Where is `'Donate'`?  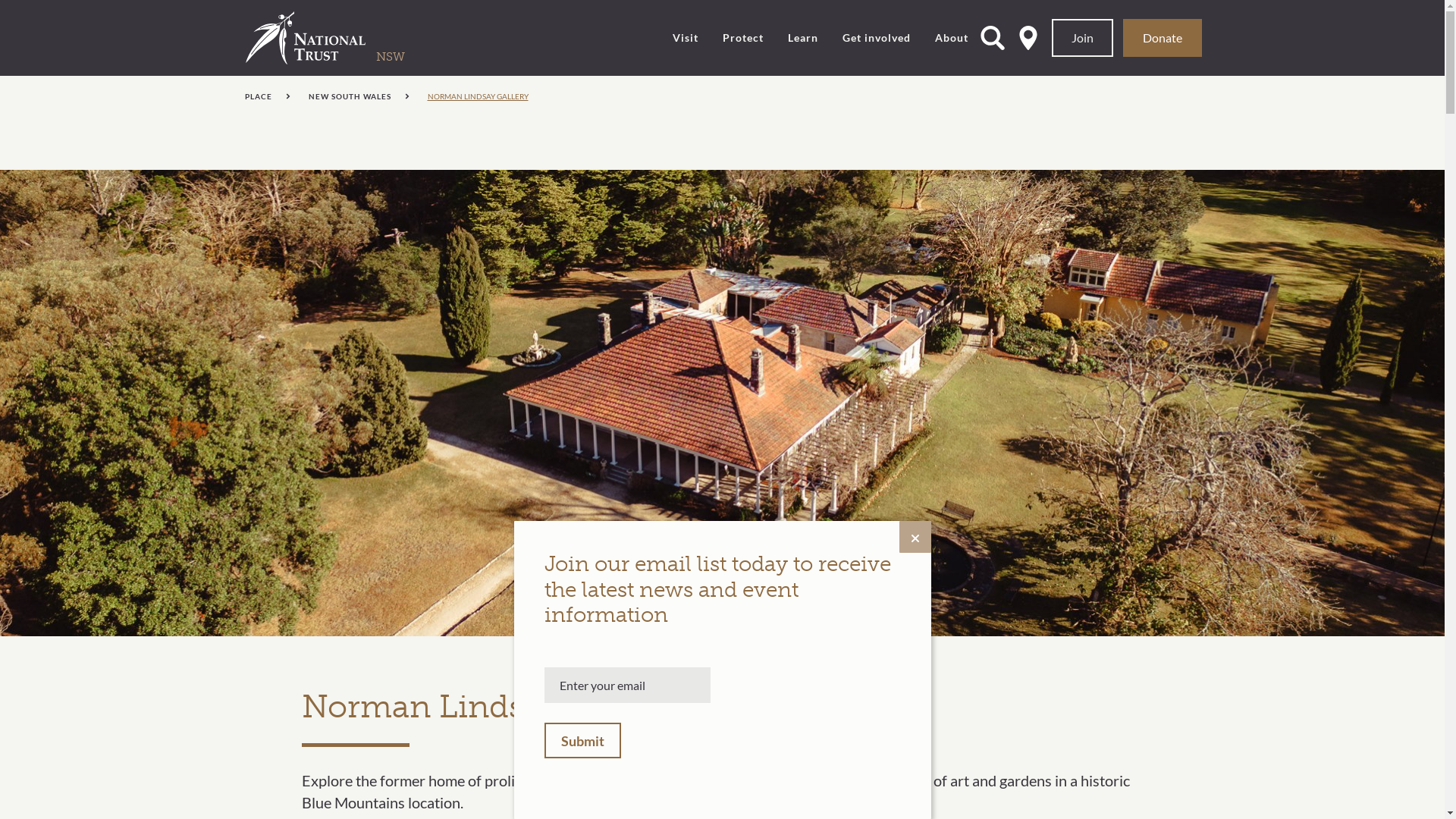
'Donate' is located at coordinates (1161, 37).